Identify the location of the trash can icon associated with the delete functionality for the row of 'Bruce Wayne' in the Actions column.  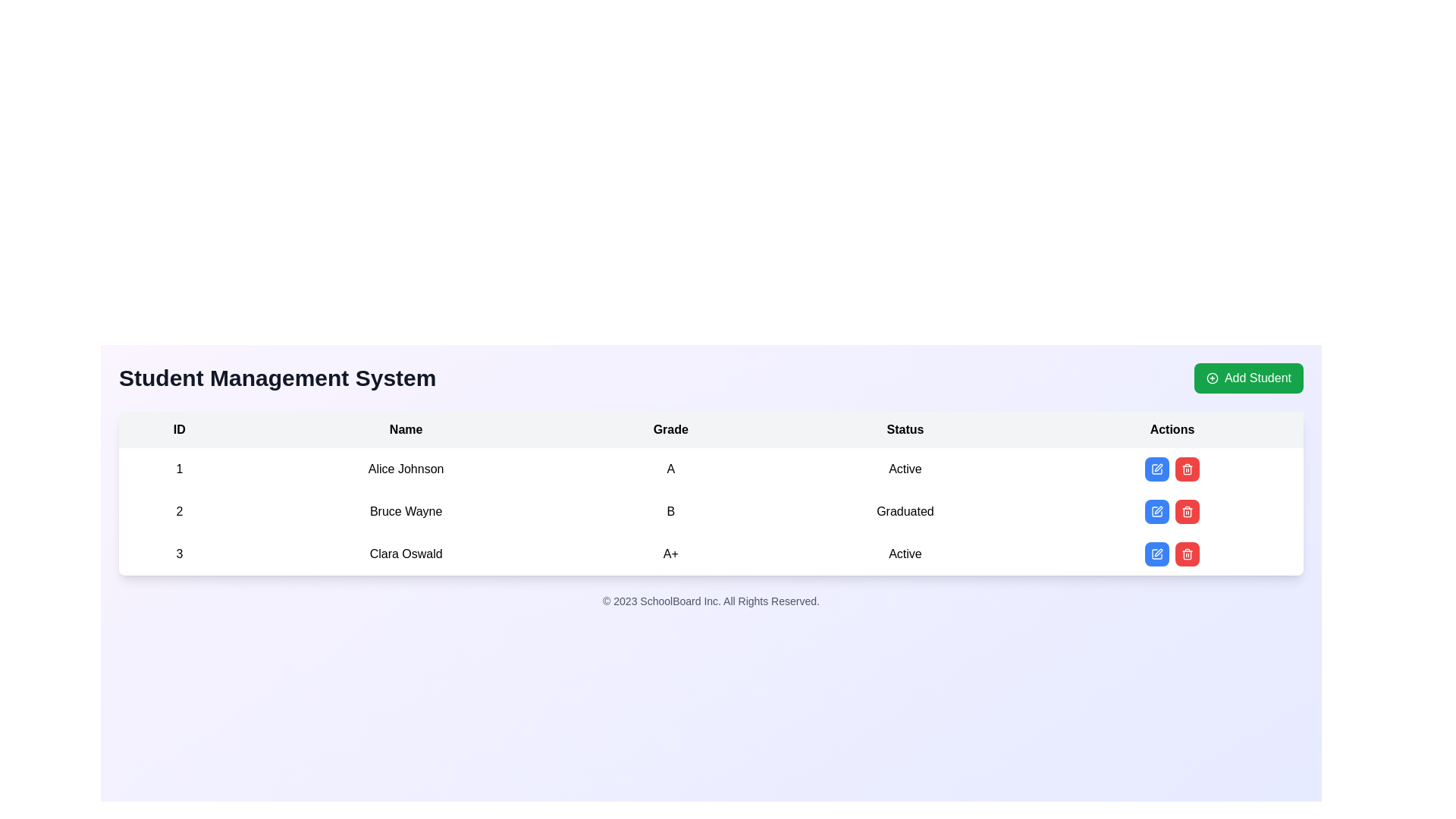
(1186, 555).